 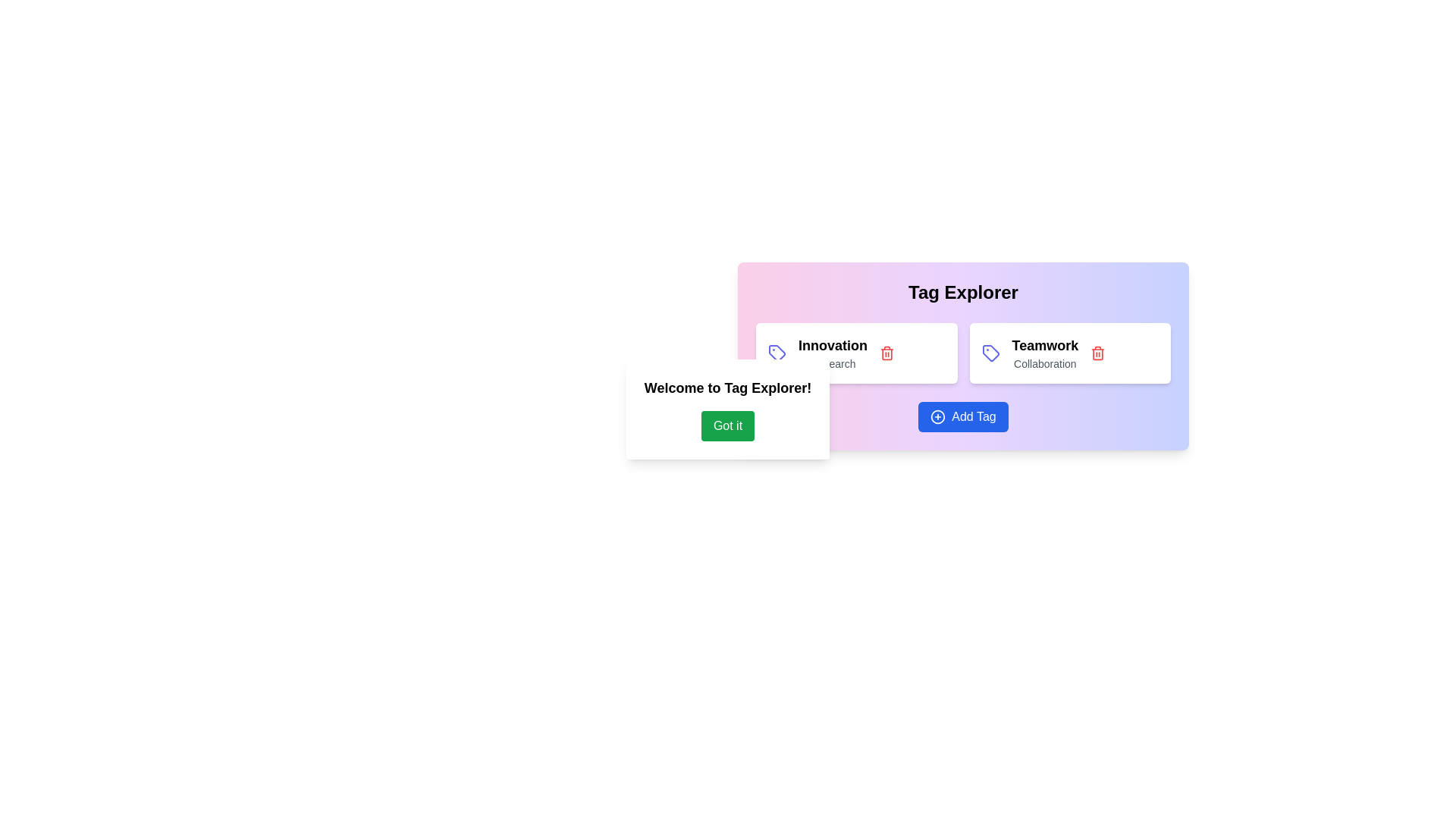 What do you see at coordinates (832, 353) in the screenshot?
I see `text of the 'Innovation Research' label displayed in the central text element within the card layout` at bounding box center [832, 353].